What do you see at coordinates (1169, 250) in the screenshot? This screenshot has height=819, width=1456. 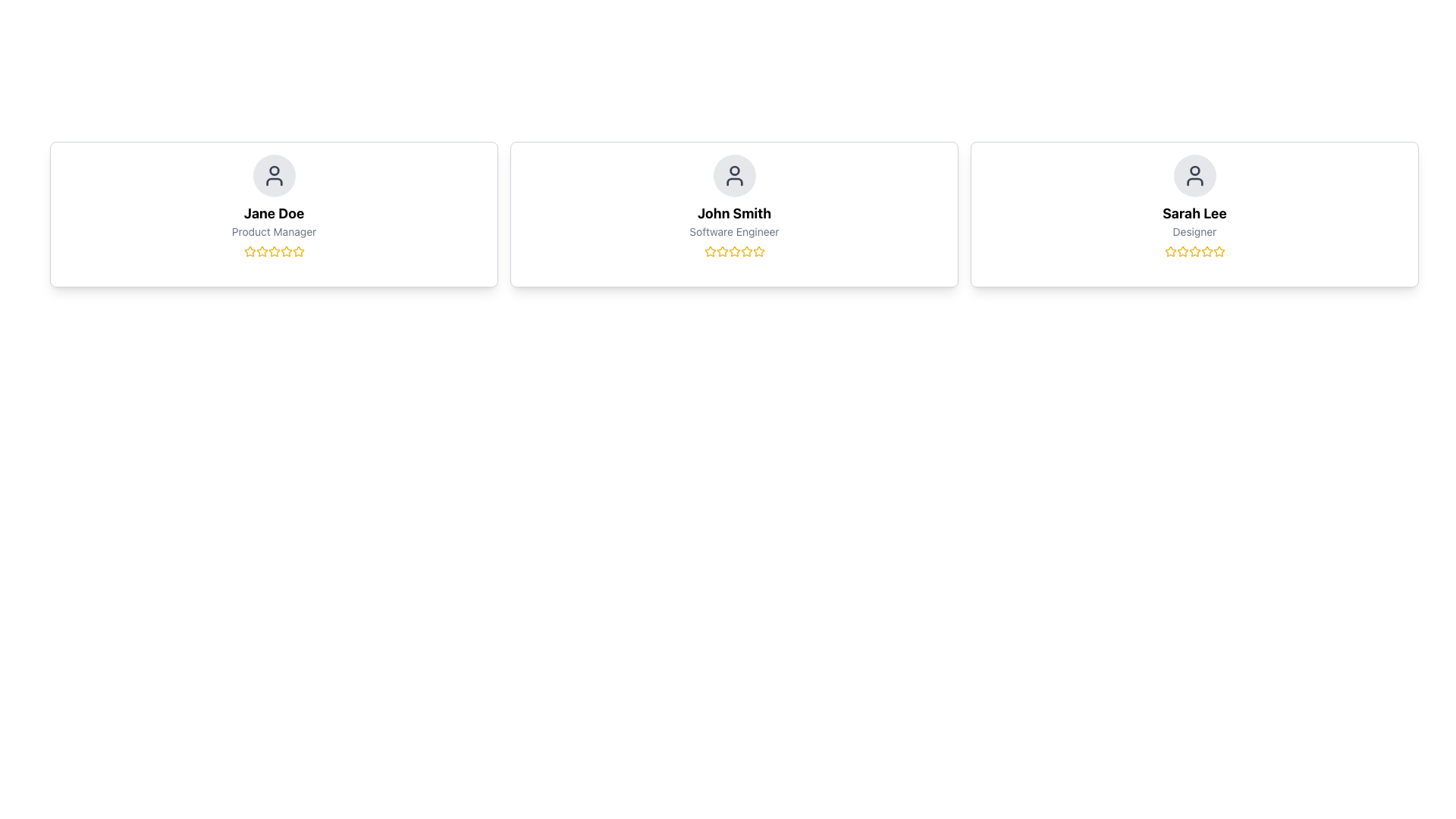 I see `the first yellow star icon with a hollow outline beneath the name 'Sarah Lee' and the title 'Designer' to rate it` at bounding box center [1169, 250].